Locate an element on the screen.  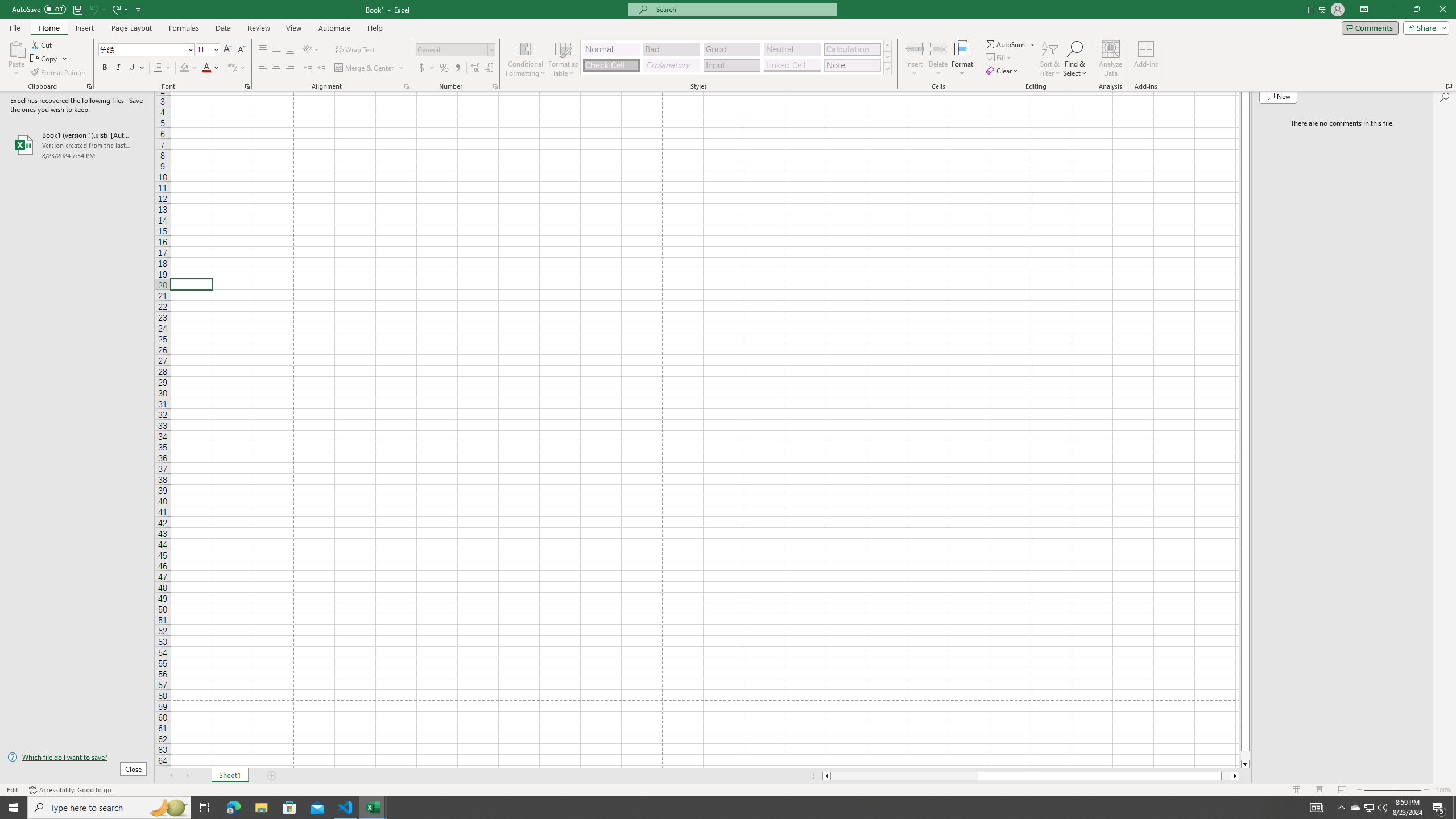
'Page left' is located at coordinates (904, 775).